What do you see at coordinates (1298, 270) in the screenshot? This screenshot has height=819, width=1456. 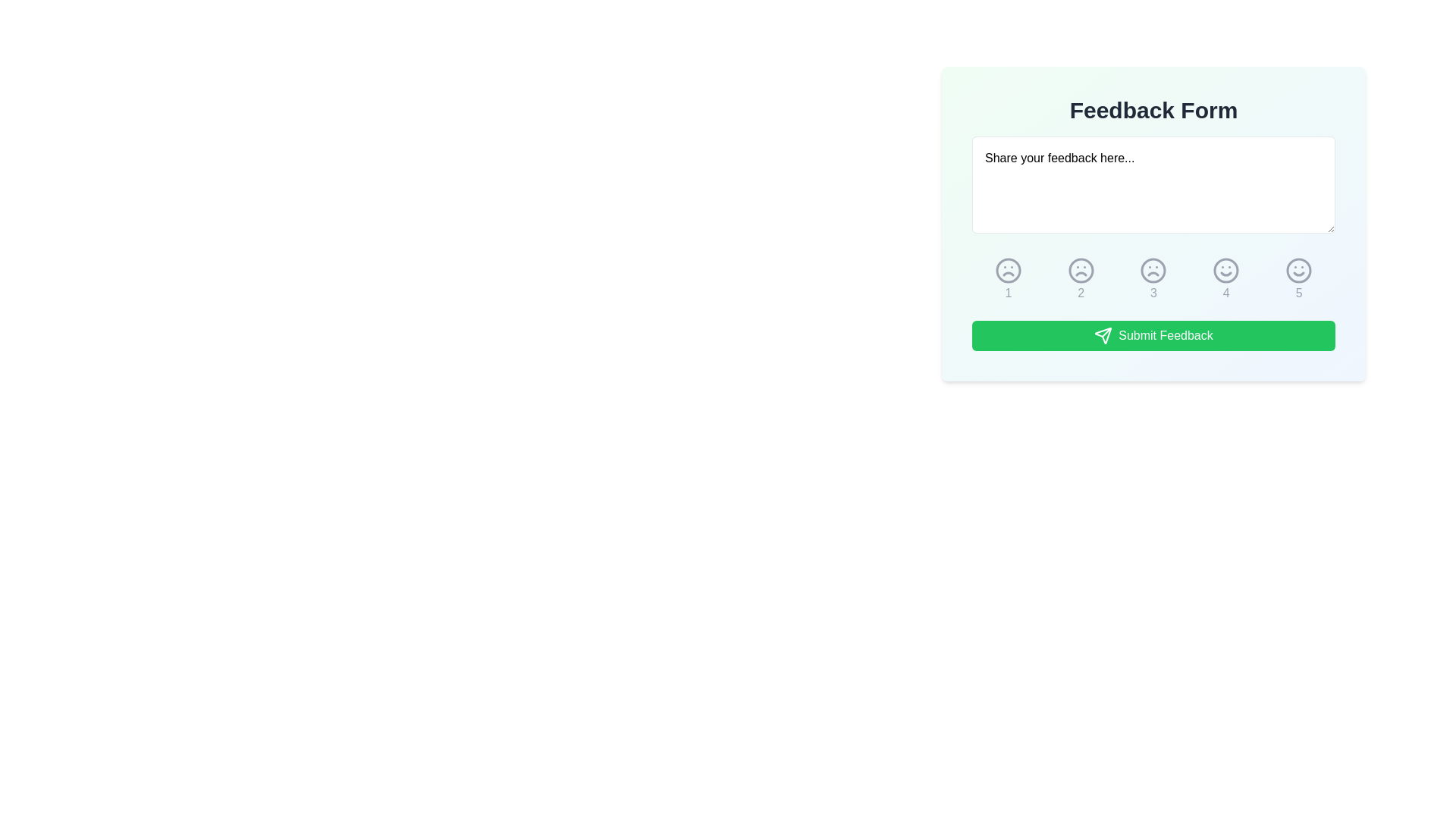 I see `the happiest emotion rating icon, which is the fifth icon in a horizontal sequence of five emotion-rating icons above the number '5'` at bounding box center [1298, 270].